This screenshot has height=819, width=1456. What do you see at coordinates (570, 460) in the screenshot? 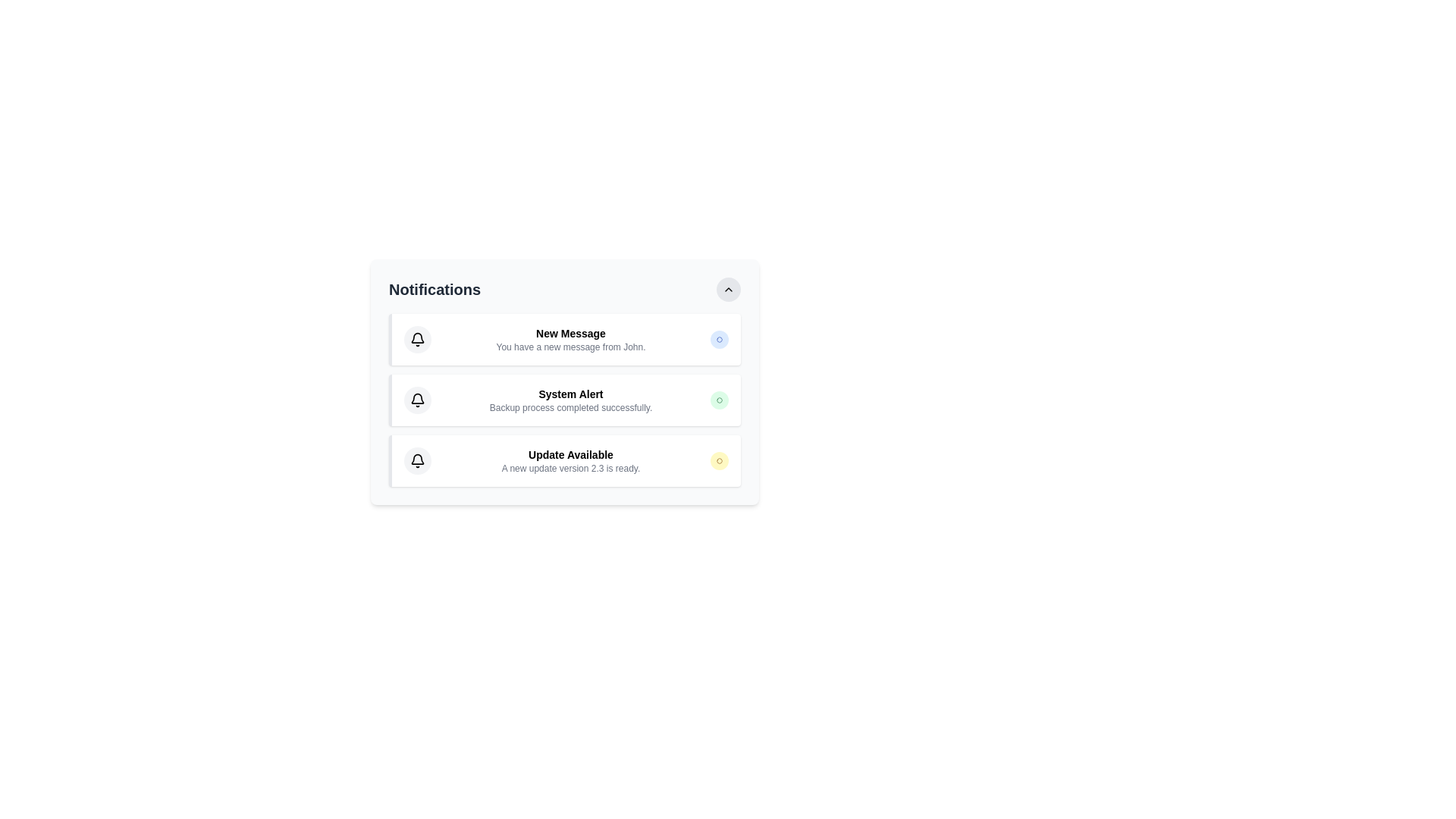
I see `the notification message indicating the availability of software update version 2.3, which is the third notification in the list, positioned below the 'System Alert'` at bounding box center [570, 460].